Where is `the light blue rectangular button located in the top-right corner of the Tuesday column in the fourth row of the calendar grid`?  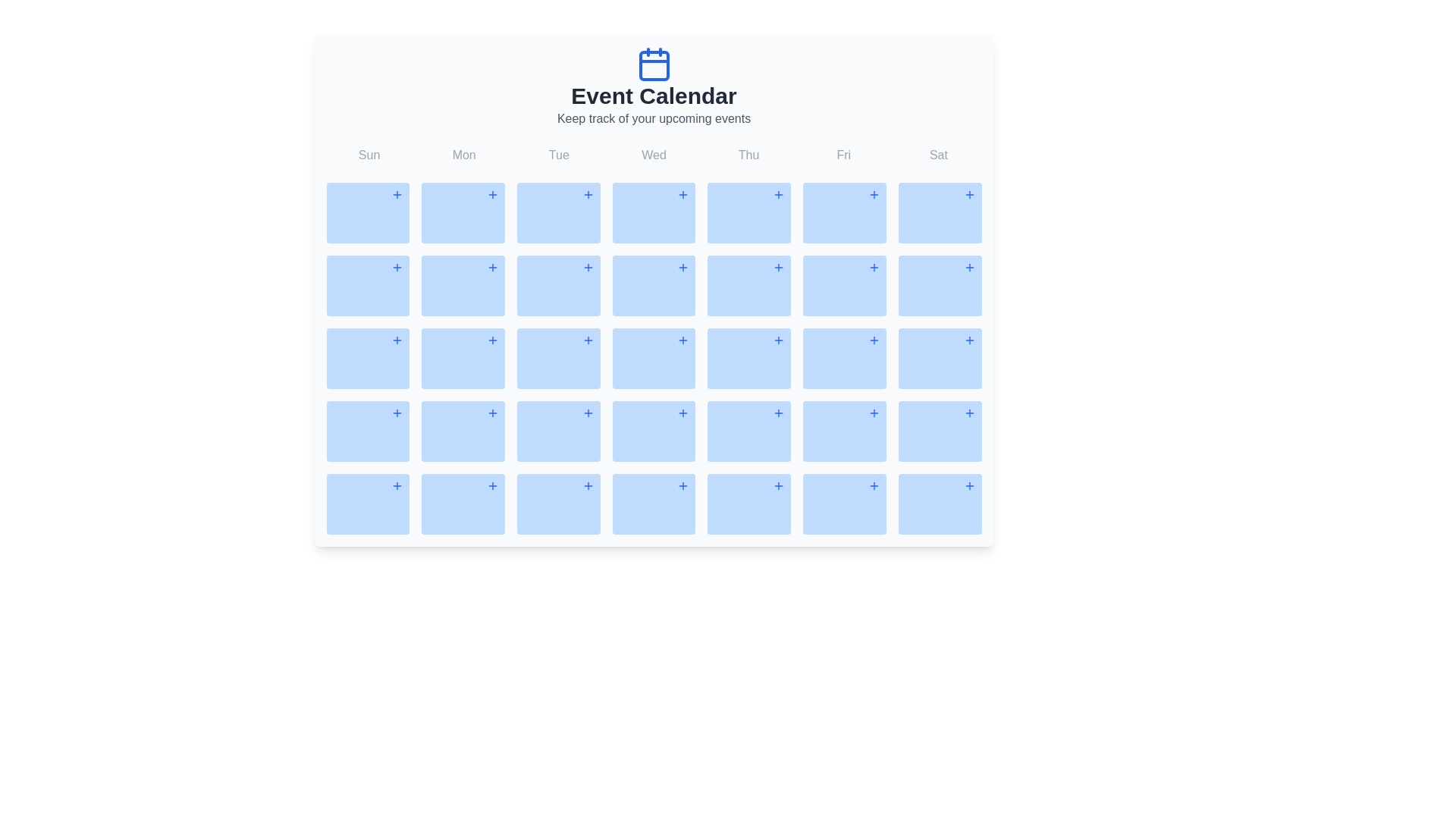
the light blue rectangular button located in the top-right corner of the Tuesday column in the fourth row of the calendar grid is located at coordinates (587, 339).